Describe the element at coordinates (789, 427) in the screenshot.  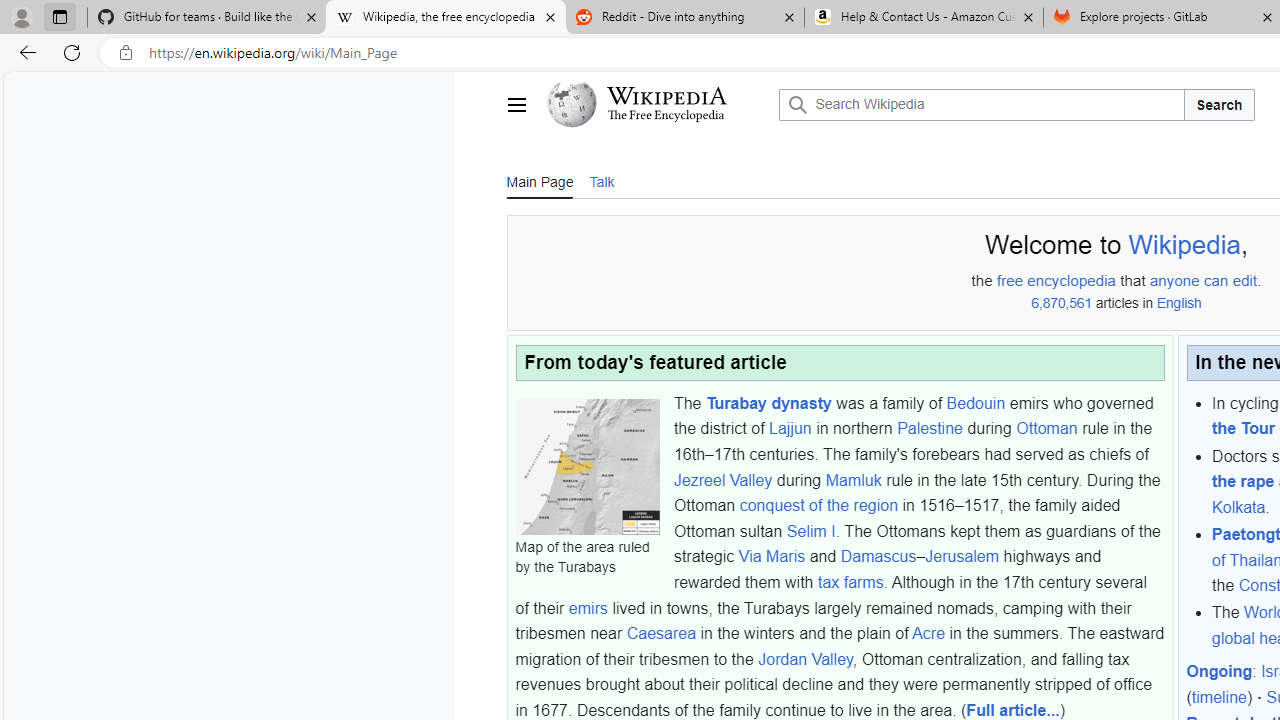
I see `'Lajjun'` at that location.